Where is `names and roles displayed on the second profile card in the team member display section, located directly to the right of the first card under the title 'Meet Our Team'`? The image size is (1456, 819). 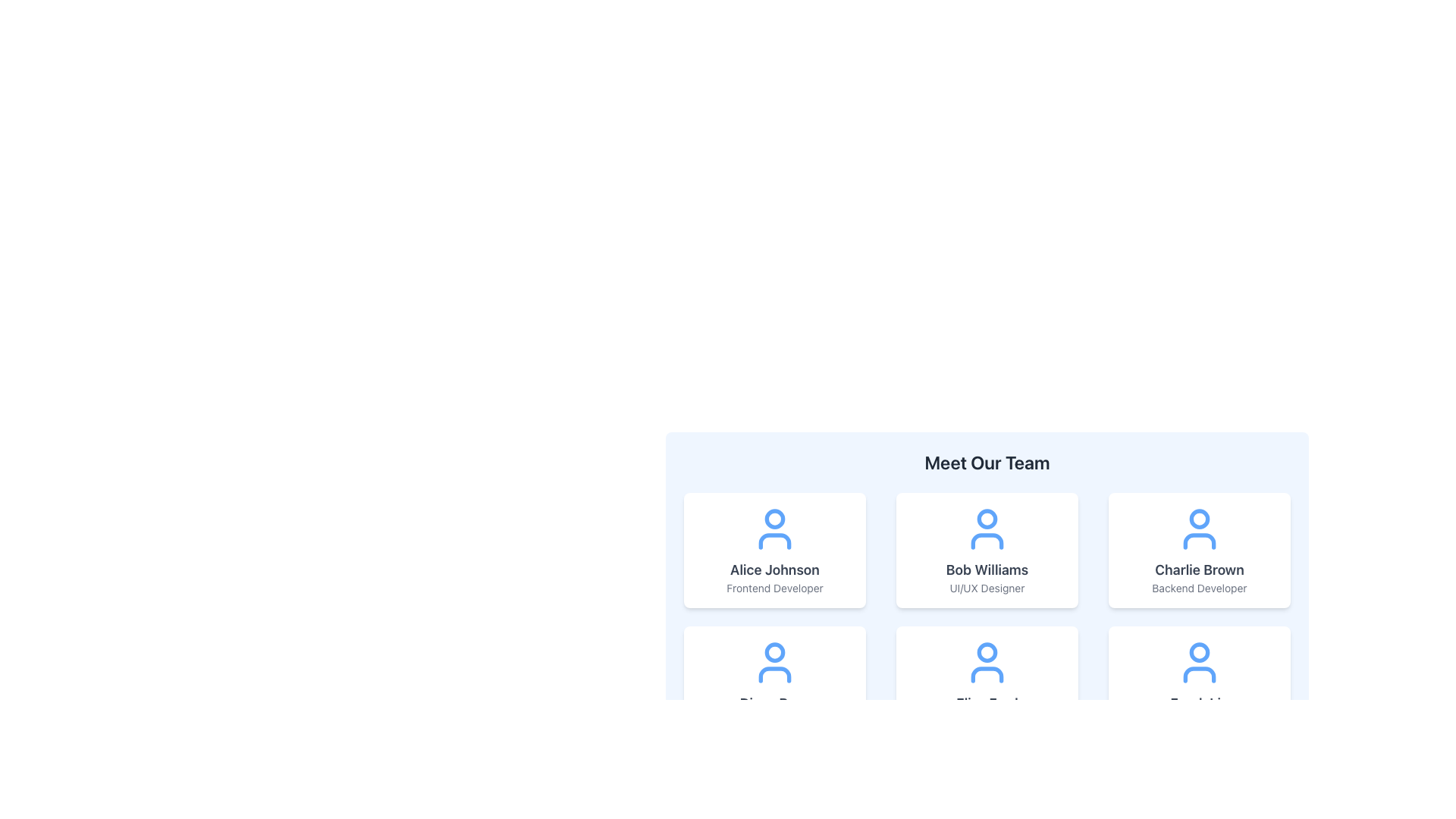
names and roles displayed on the second profile card in the team member display section, located directly to the right of the first card under the title 'Meet Our Team' is located at coordinates (987, 617).